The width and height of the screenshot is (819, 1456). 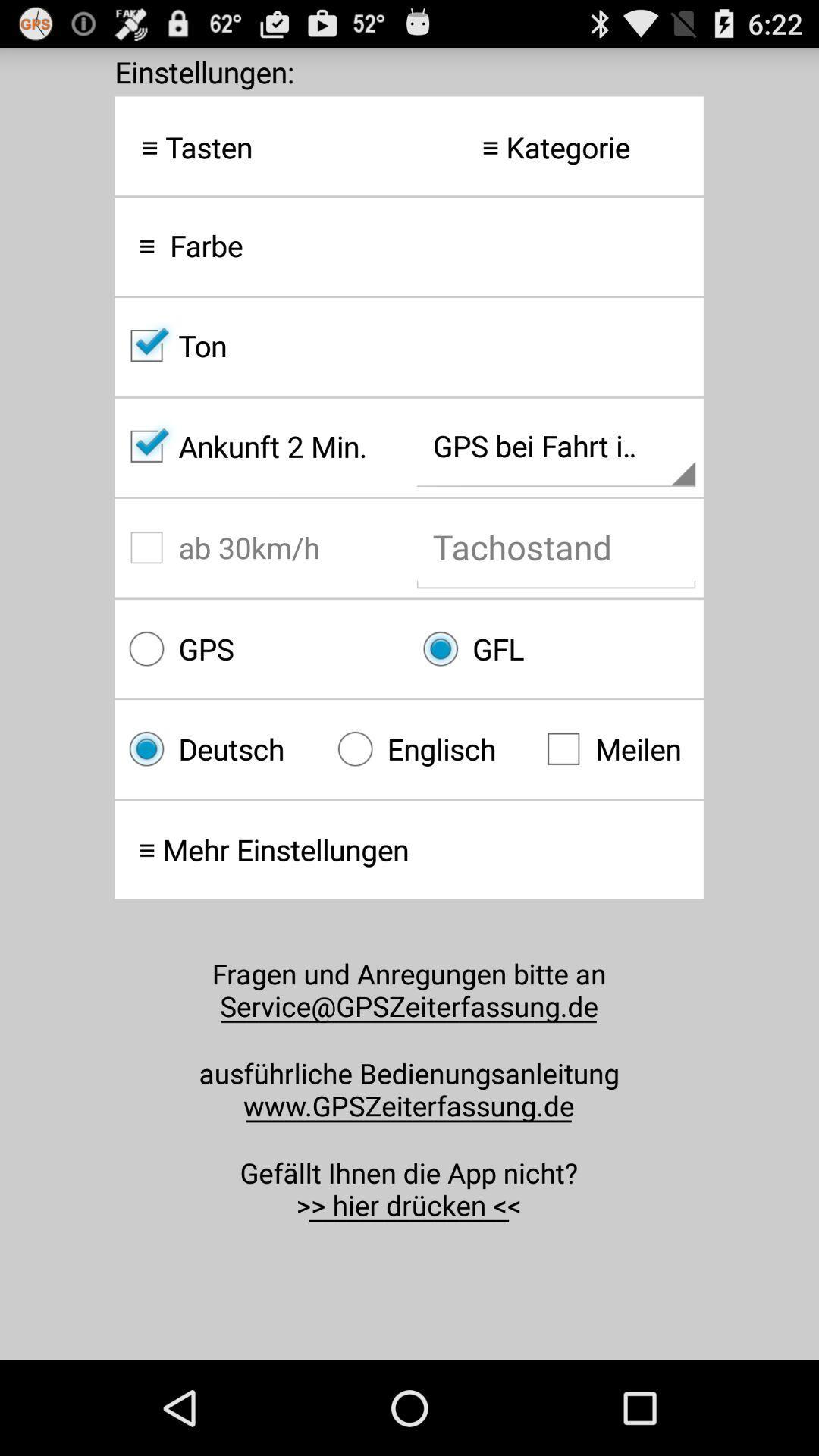 I want to click on the gfl item, so click(x=556, y=648).